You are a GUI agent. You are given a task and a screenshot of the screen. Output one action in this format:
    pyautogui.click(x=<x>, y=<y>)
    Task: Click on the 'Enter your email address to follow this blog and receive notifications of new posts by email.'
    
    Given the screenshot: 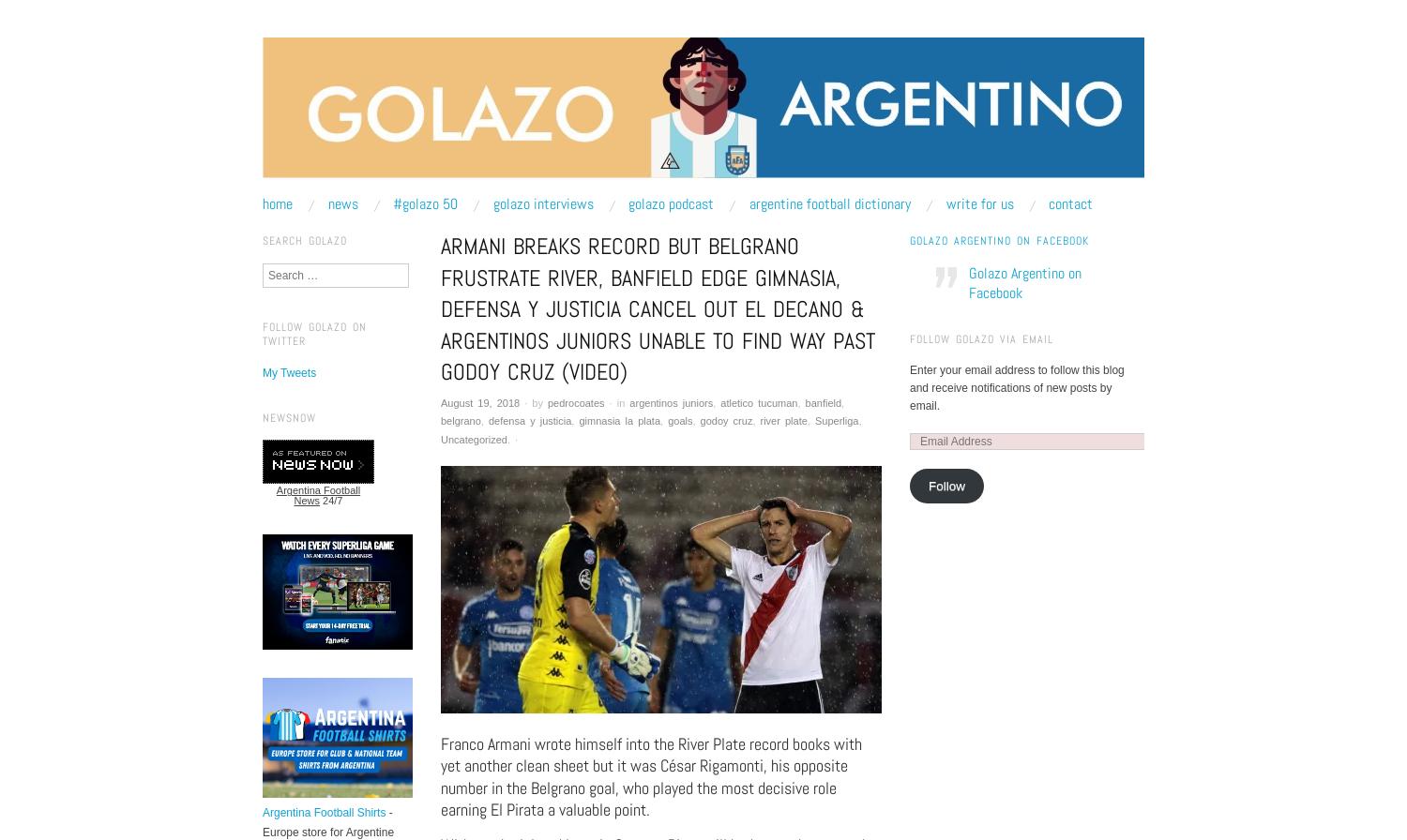 What is the action you would take?
    pyautogui.click(x=1016, y=386)
    